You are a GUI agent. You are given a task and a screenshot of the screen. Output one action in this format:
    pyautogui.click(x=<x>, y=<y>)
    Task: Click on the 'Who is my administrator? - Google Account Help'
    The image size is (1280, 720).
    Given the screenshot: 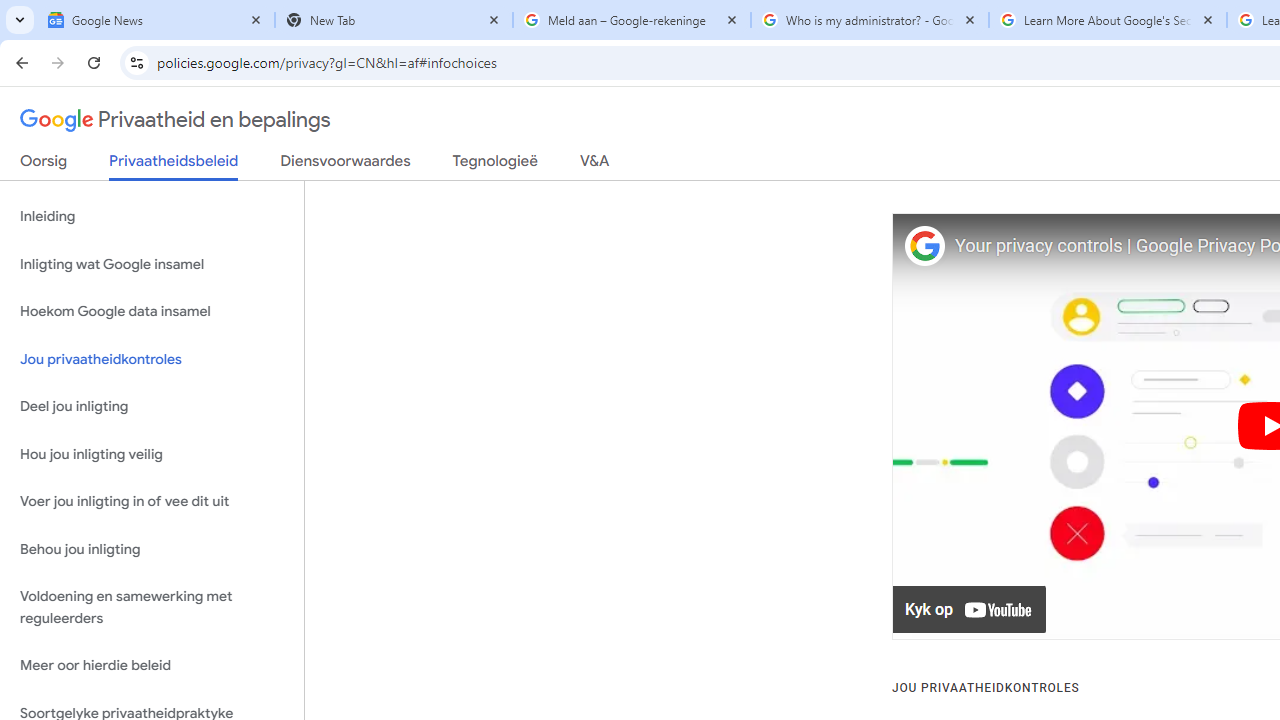 What is the action you would take?
    pyautogui.click(x=870, y=20)
    